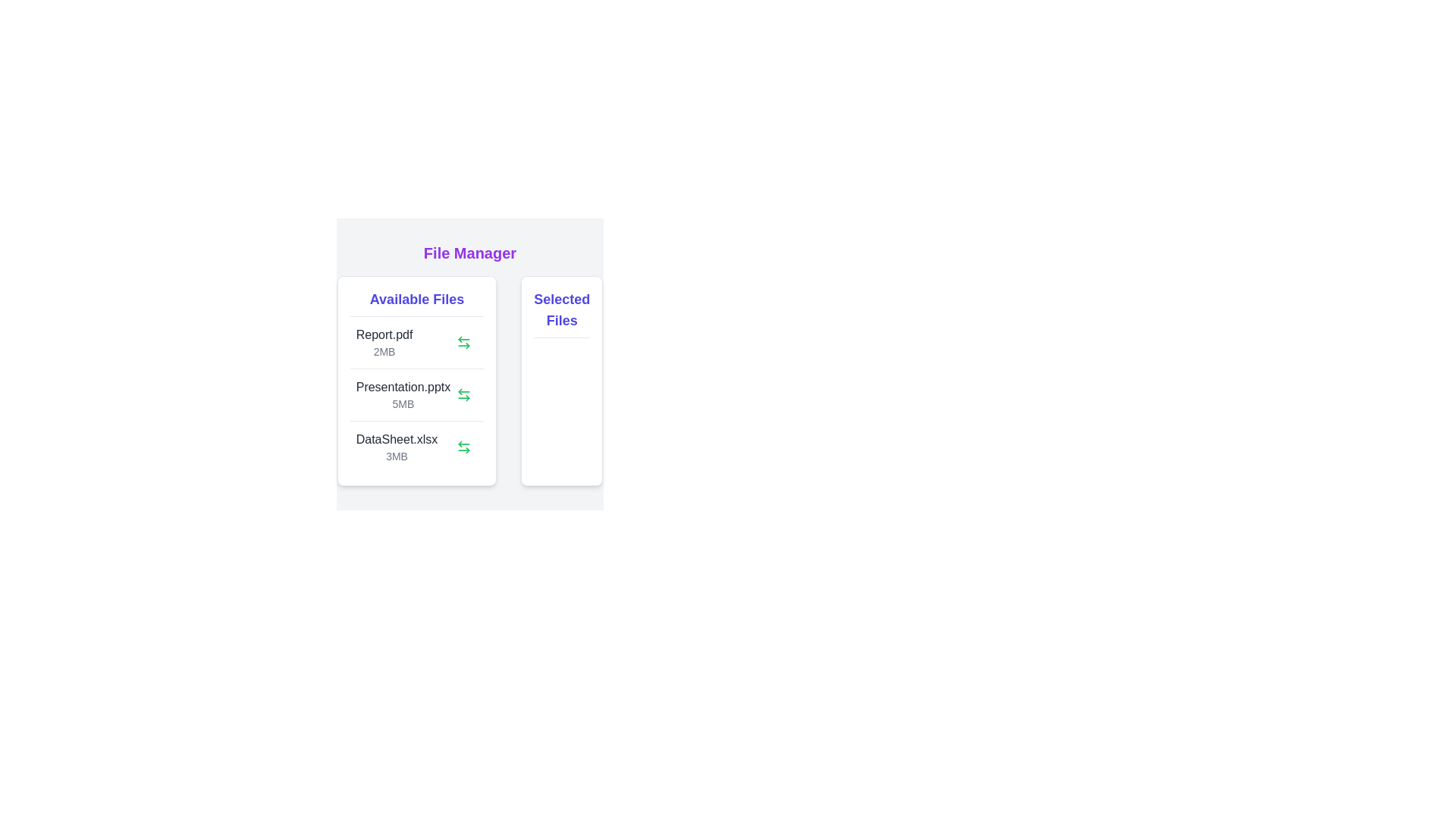  I want to click on the bold and large 'File Manager' static header text styled in purple, which is centrally aligned at the top of the interface, so click(469, 253).